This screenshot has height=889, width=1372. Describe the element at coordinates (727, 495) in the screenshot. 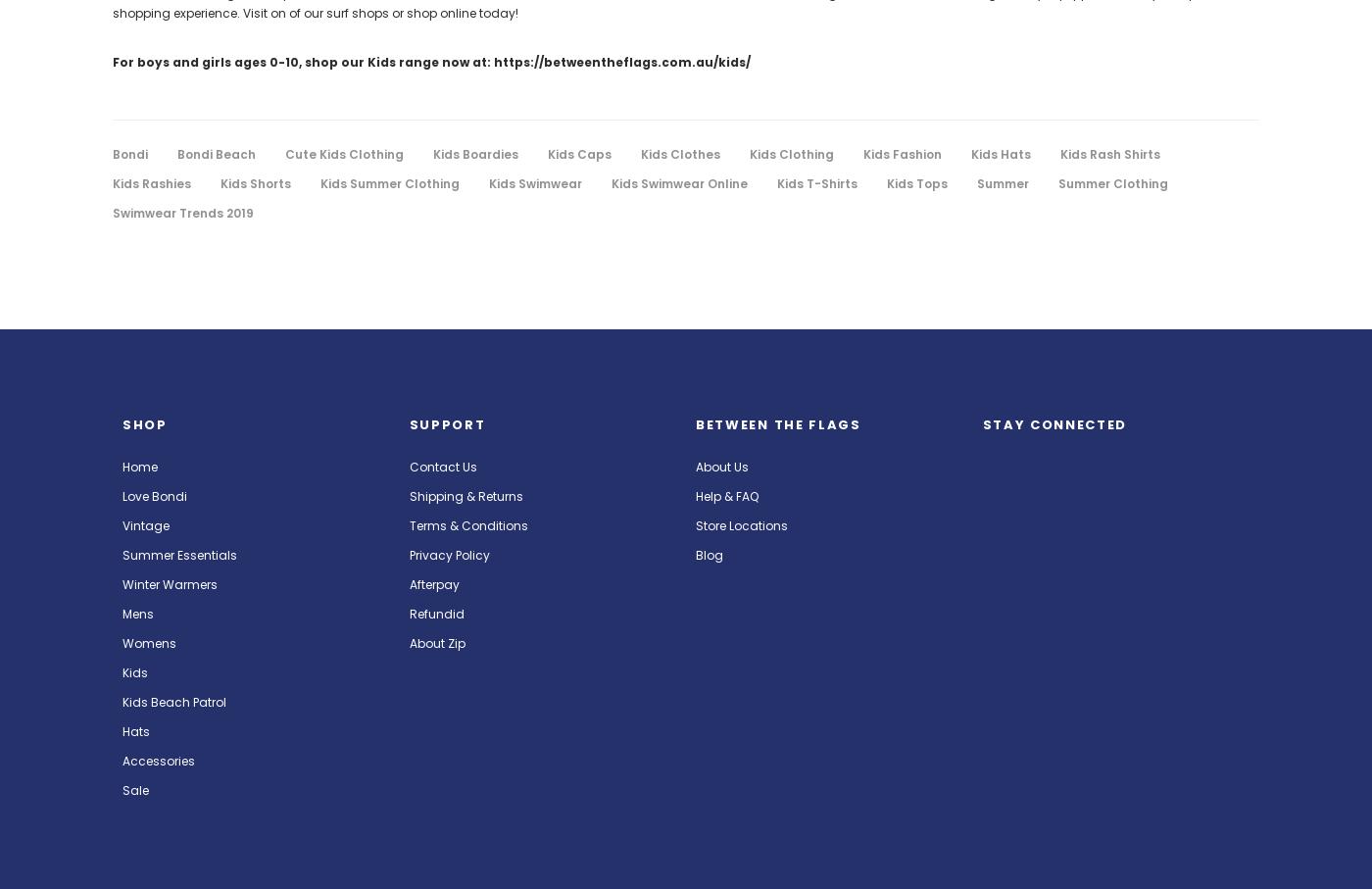

I see `'Help & FAQ'` at that location.